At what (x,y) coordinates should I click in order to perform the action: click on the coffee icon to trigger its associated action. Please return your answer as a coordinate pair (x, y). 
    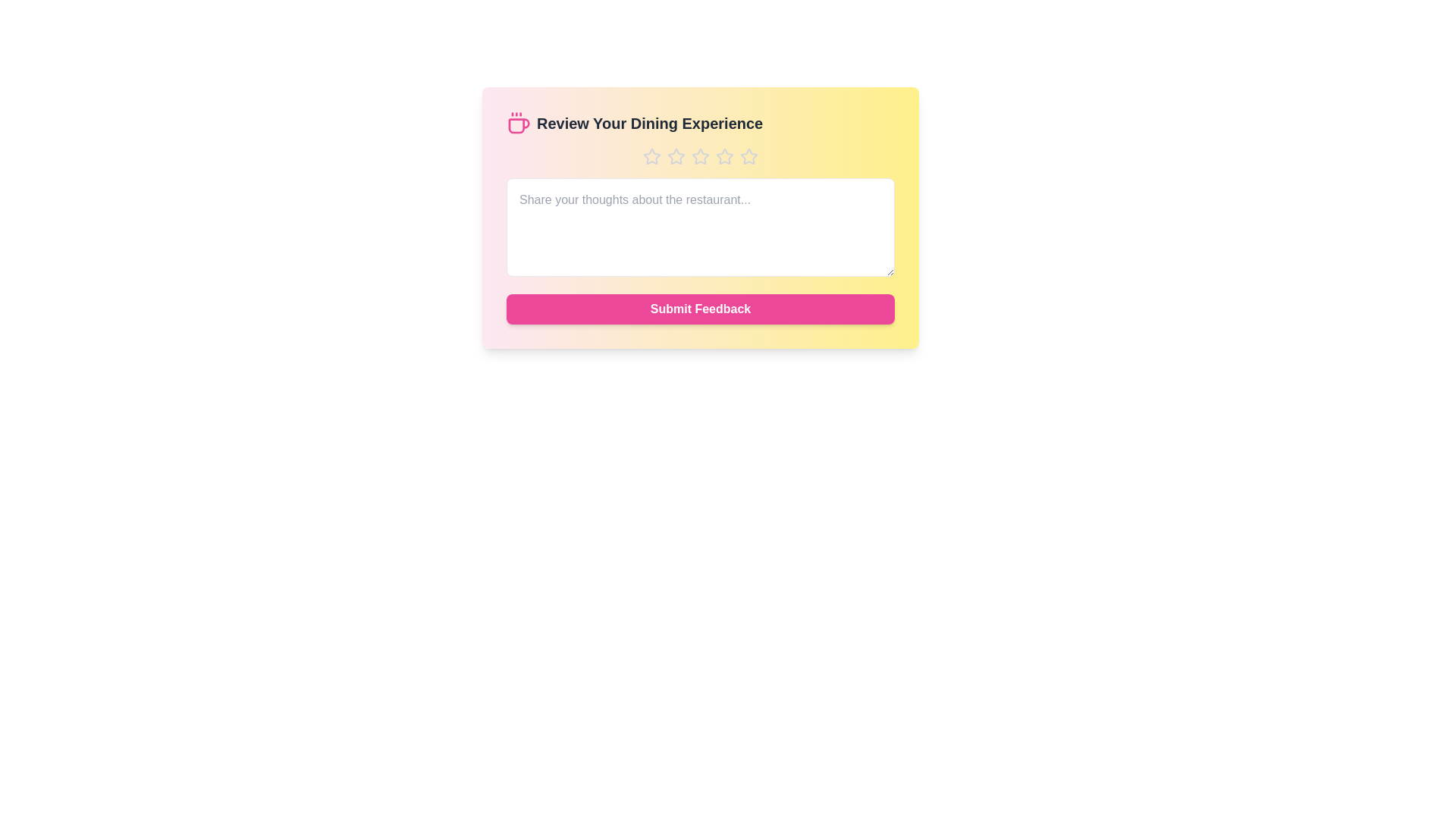
    Looking at the image, I should click on (519, 122).